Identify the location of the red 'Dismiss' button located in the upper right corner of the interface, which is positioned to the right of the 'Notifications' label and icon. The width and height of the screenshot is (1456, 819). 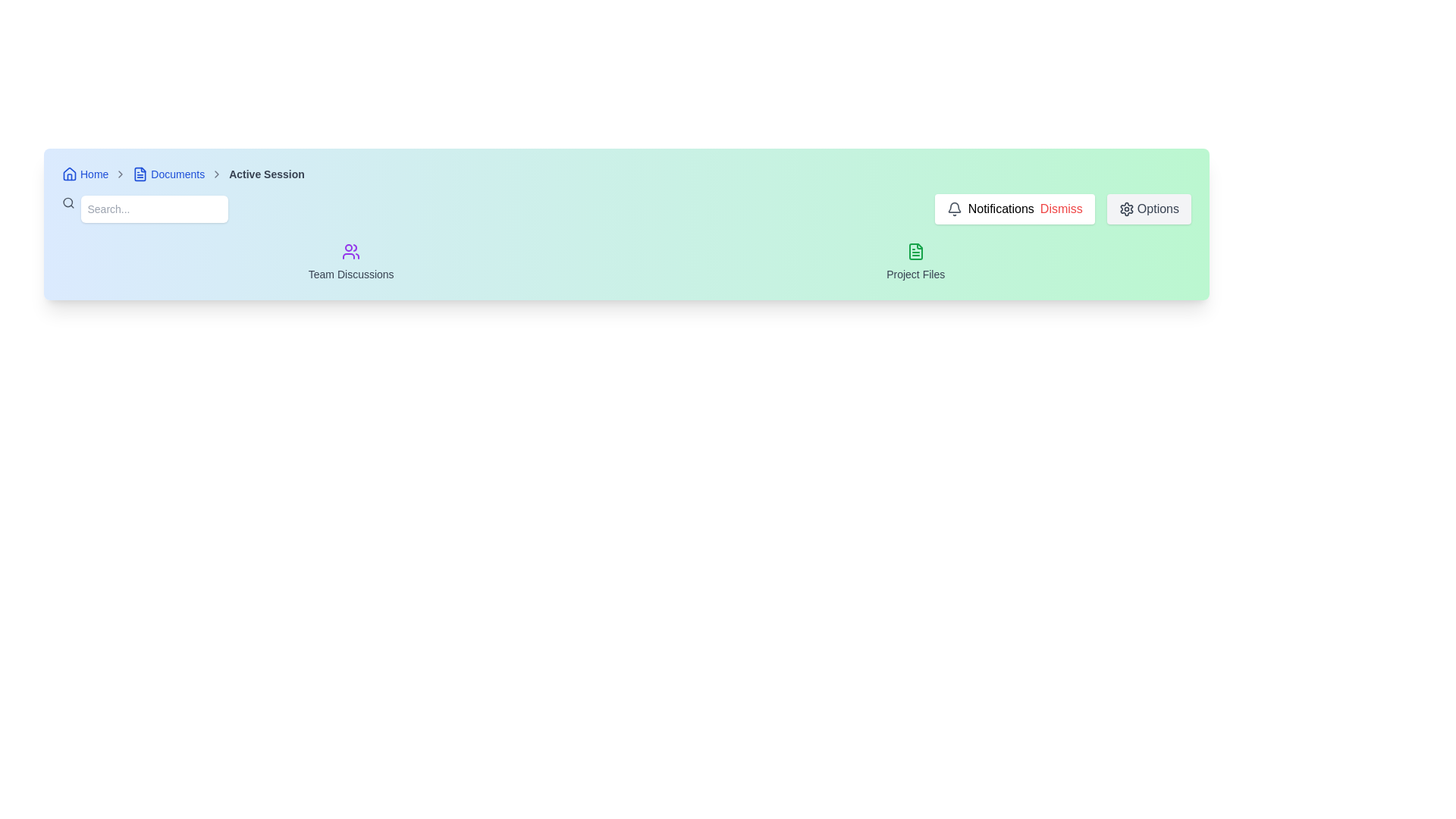
(1060, 209).